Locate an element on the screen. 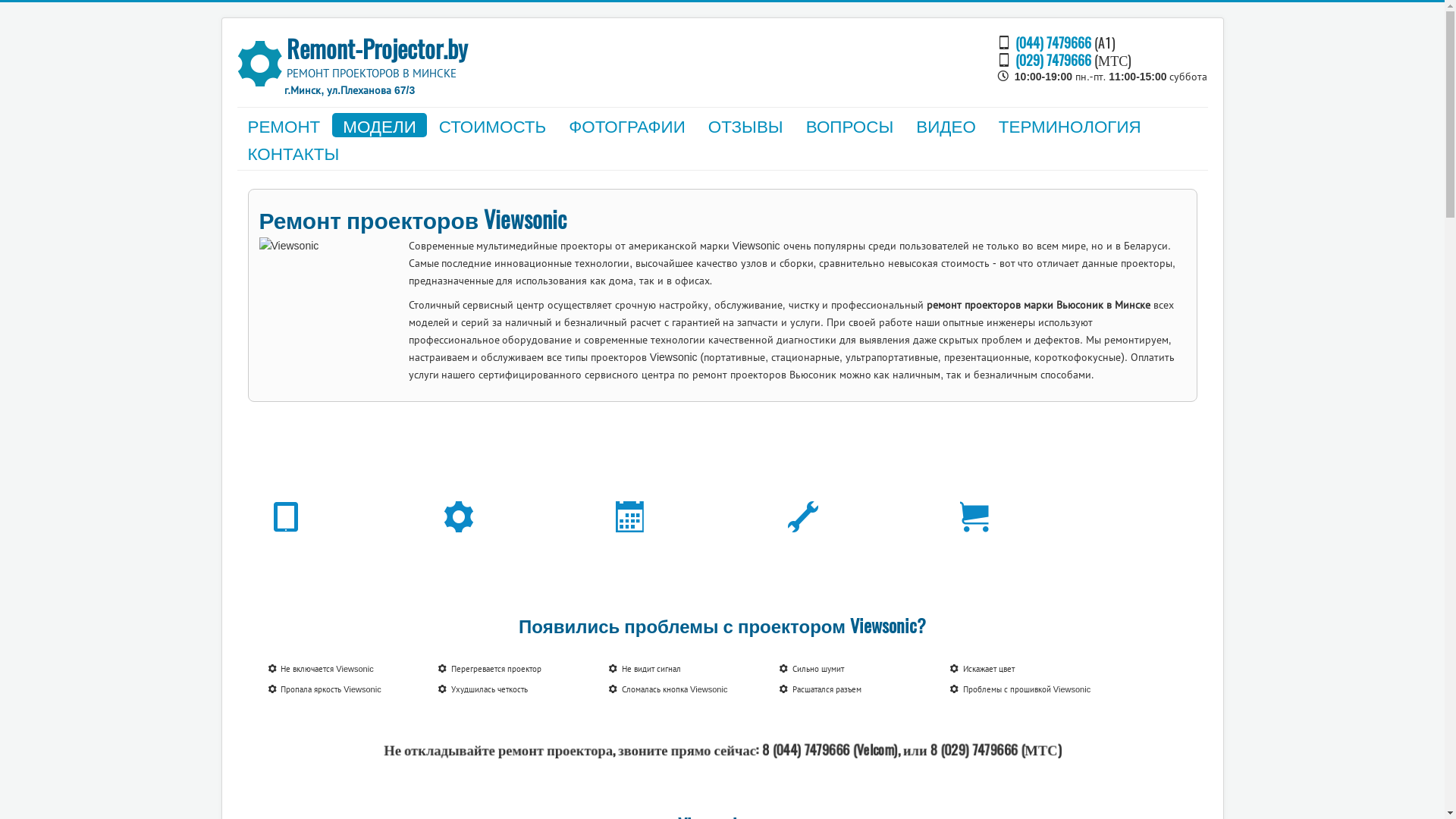  '(029) 7479666' is located at coordinates (1052, 58).